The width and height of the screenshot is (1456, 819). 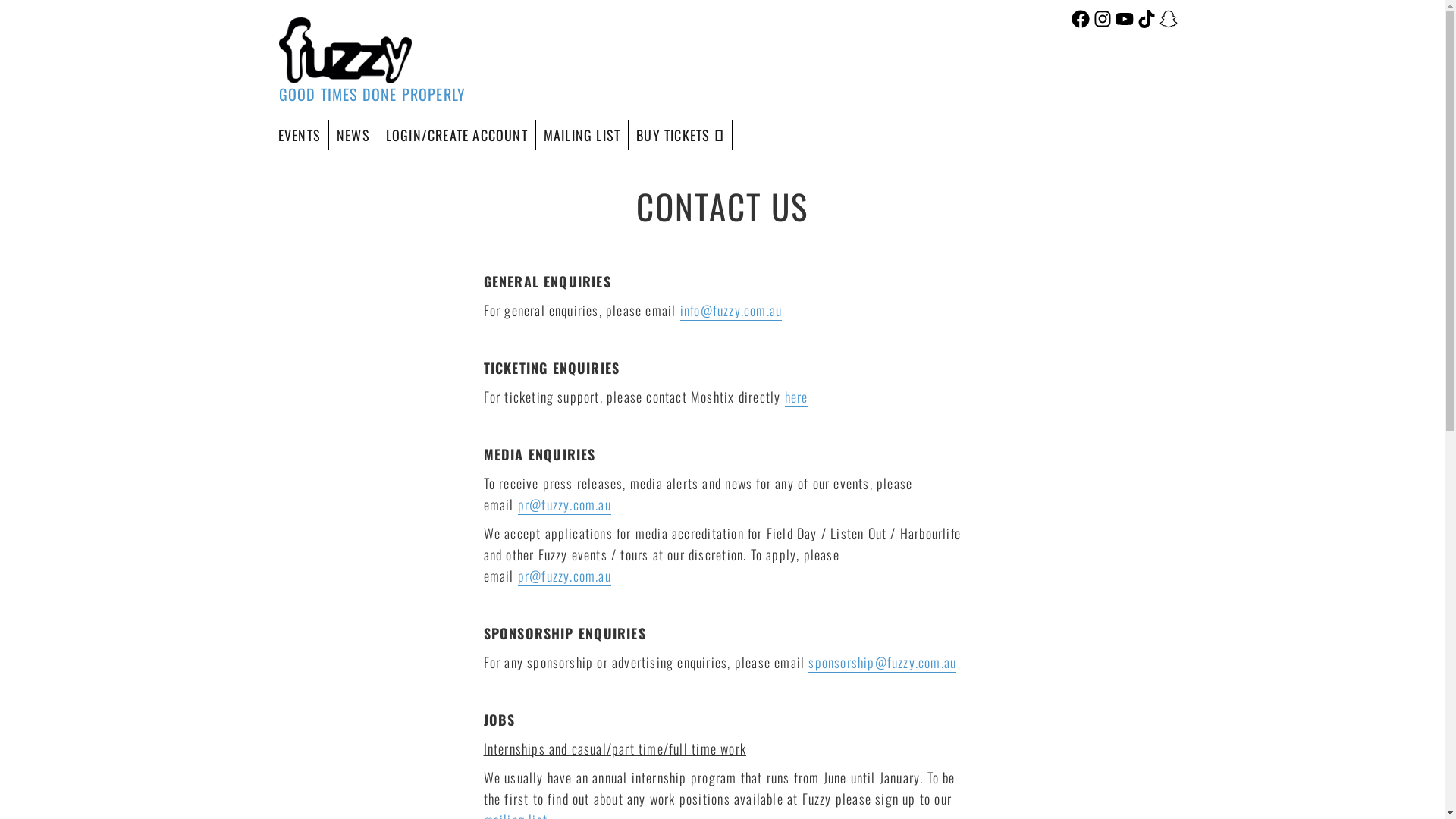 I want to click on 'EVENTS', so click(x=300, y=133).